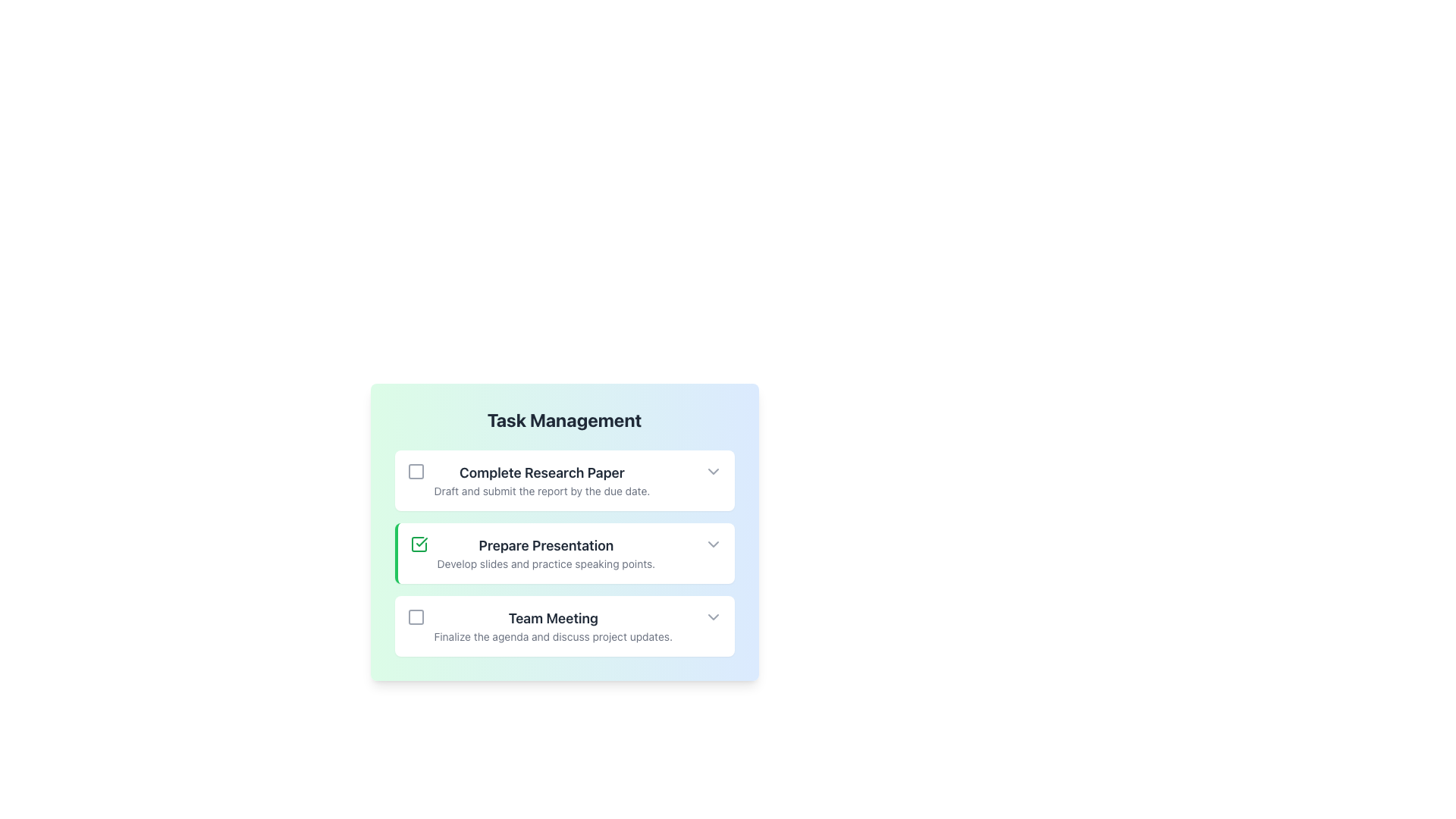  Describe the element at coordinates (419, 543) in the screenshot. I see `the checkbox located to the left of the 'Prepare Presentation' task title` at that location.